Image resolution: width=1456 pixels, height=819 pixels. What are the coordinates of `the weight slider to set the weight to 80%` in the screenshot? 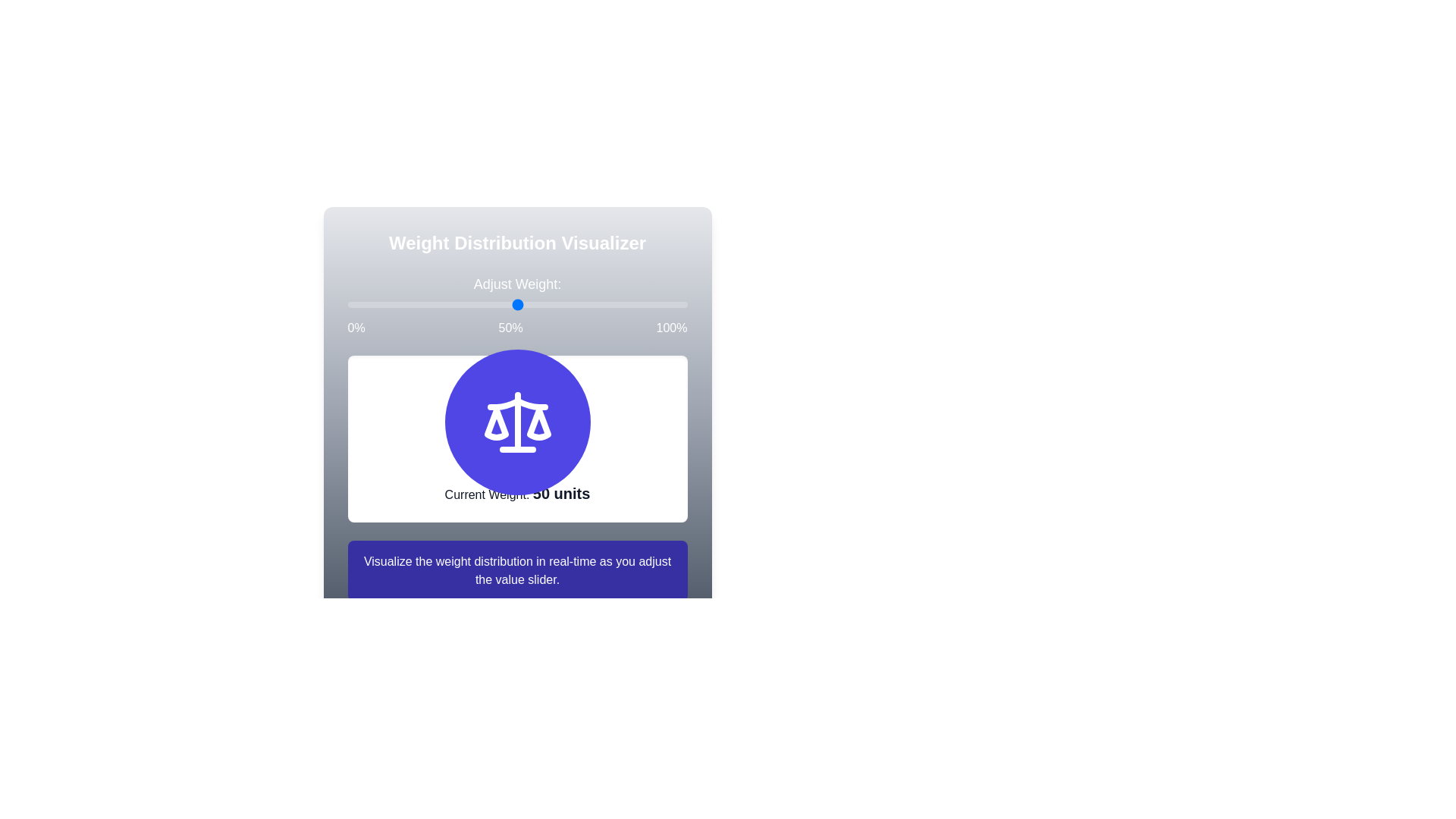 It's located at (347, 304).